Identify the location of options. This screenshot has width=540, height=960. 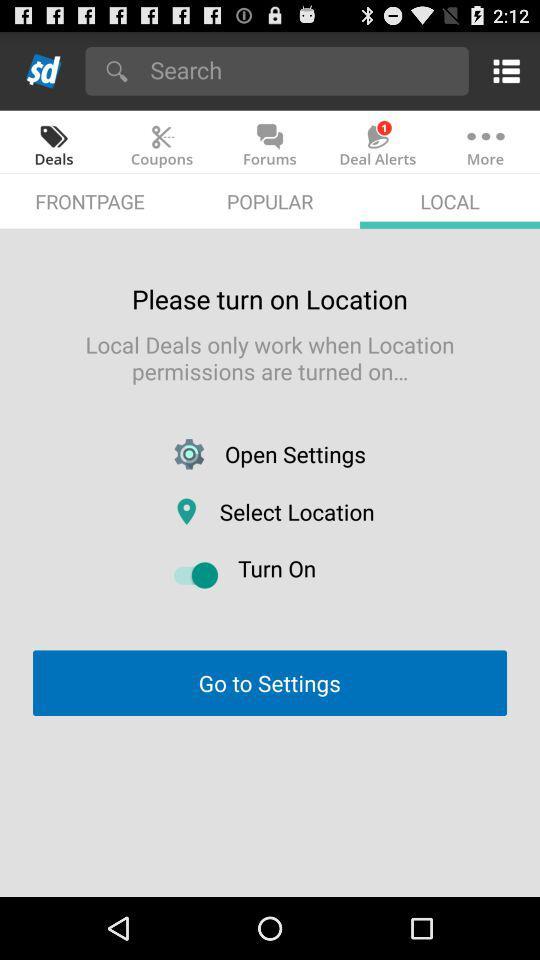
(502, 70).